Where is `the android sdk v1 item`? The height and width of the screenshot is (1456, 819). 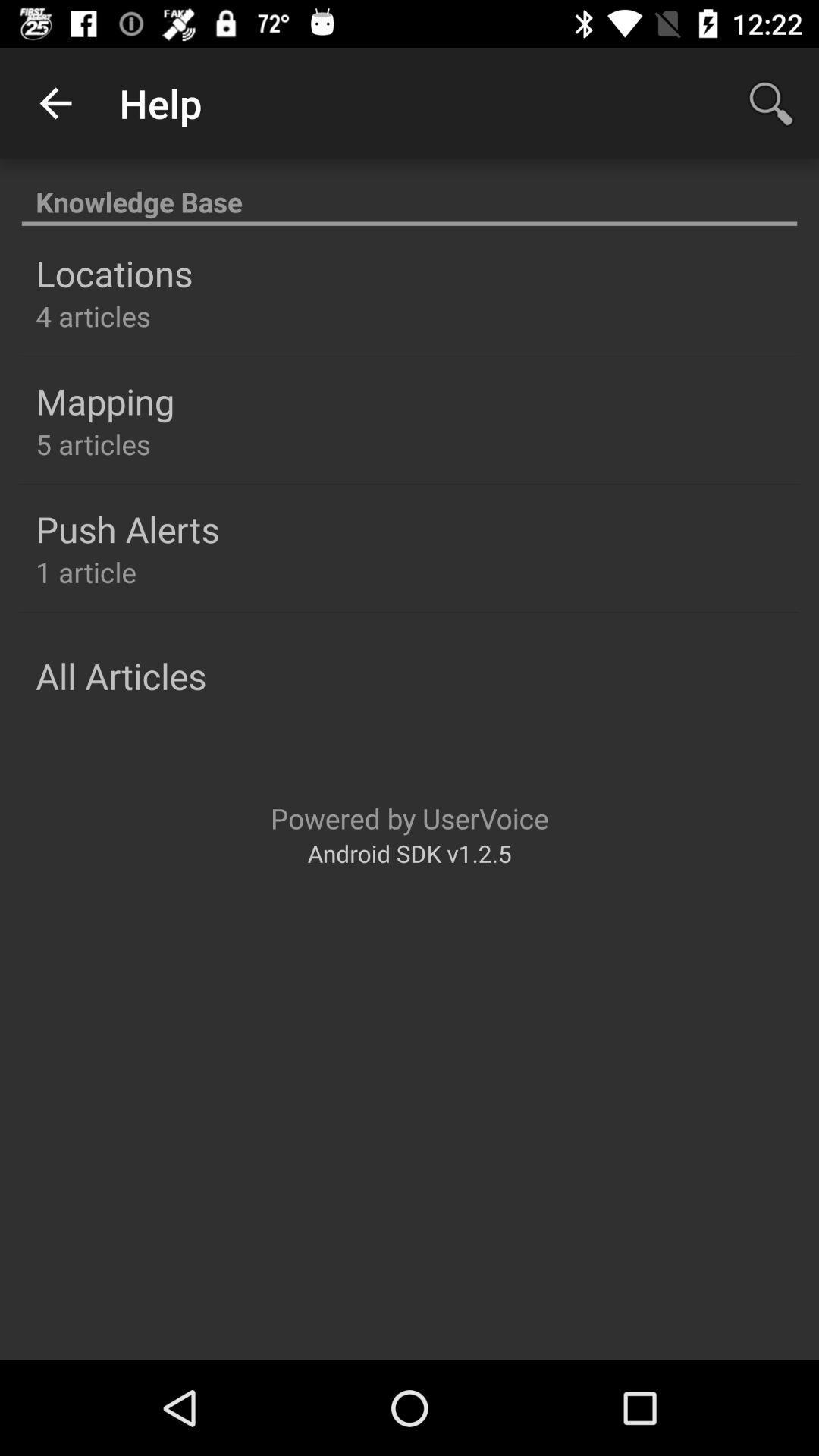 the android sdk v1 item is located at coordinates (409, 853).